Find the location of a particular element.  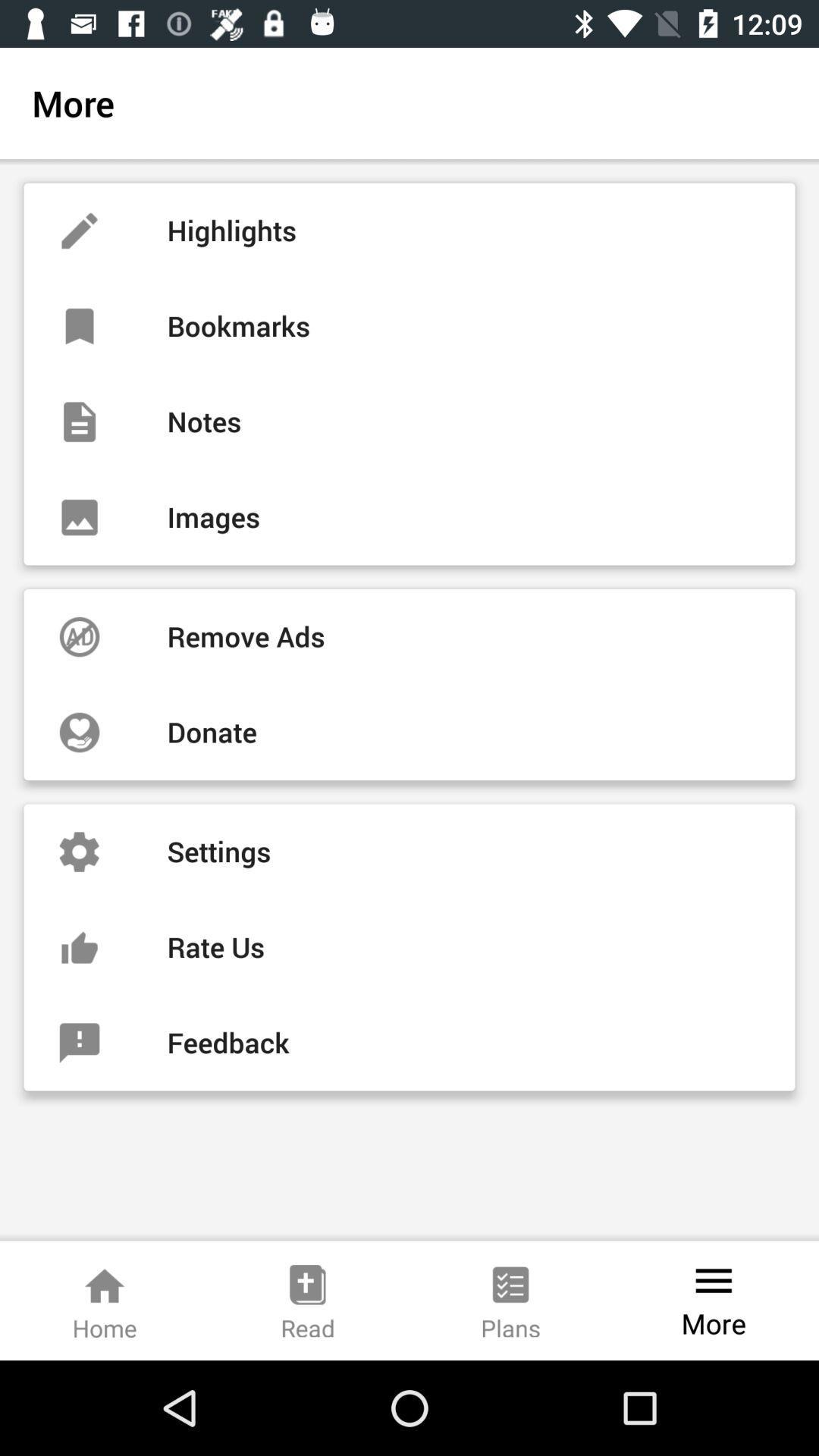

the icon below remove ads is located at coordinates (409, 732).